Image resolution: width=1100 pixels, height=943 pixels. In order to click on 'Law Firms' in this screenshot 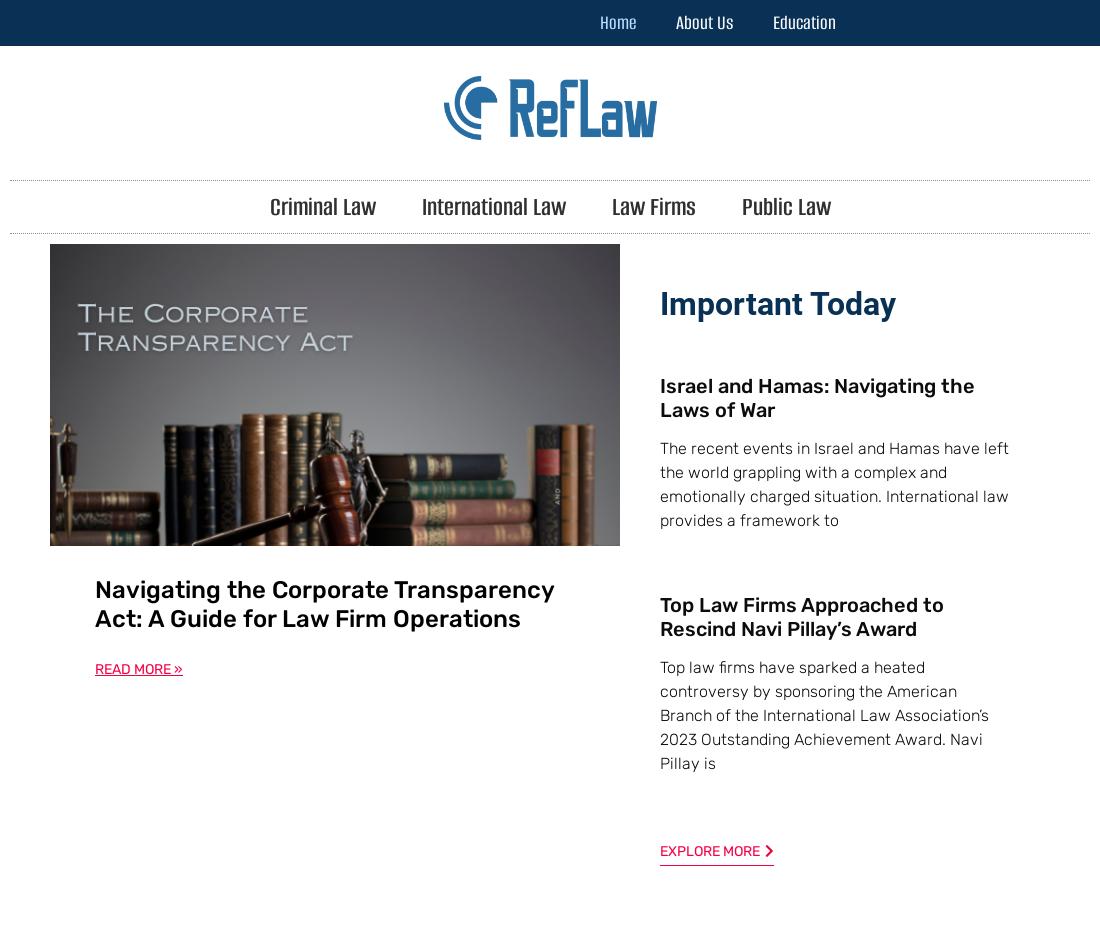, I will do `click(652, 205)`.